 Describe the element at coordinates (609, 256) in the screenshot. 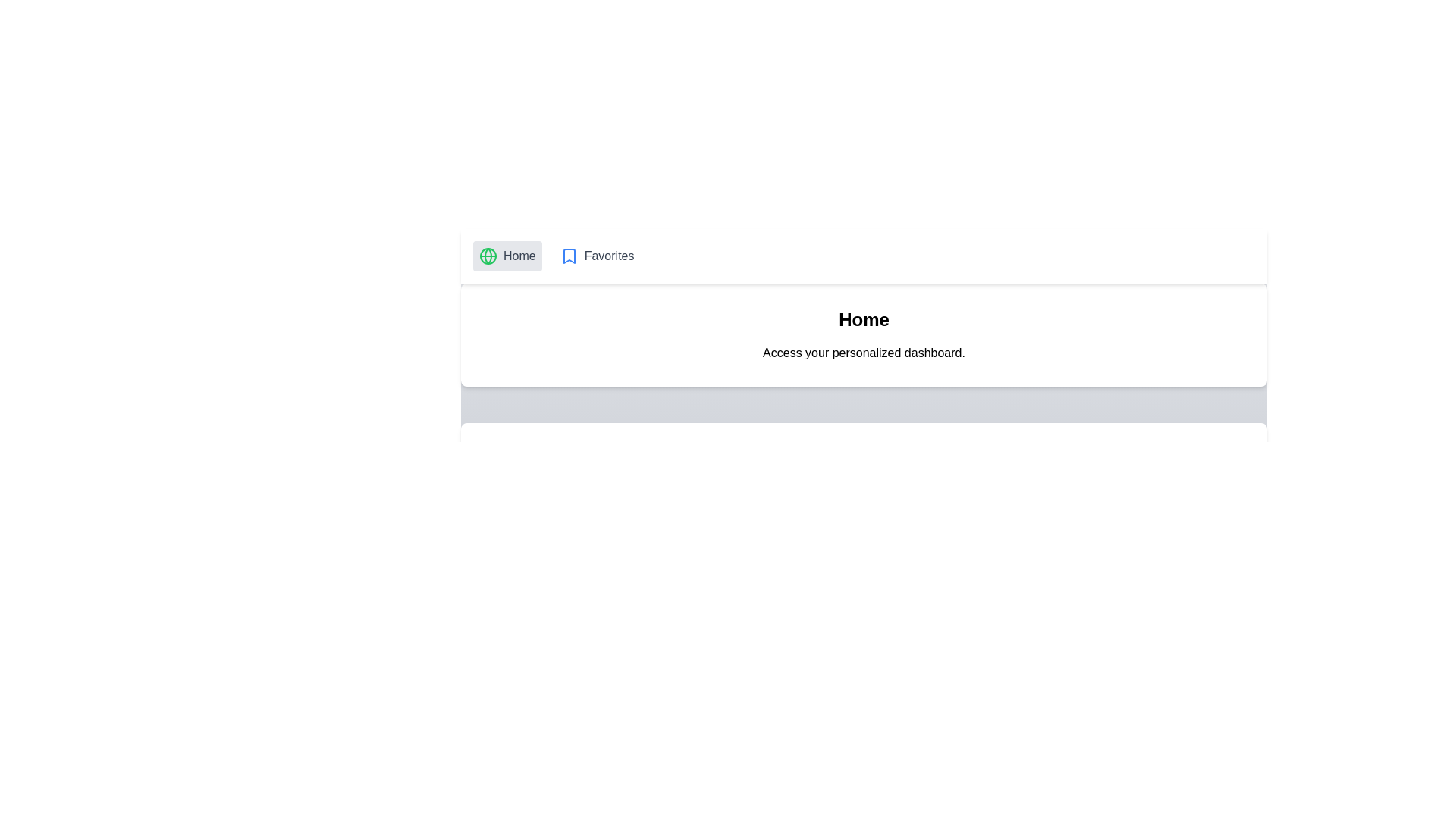

I see `the 'Favorites' hyperlink, which is styled in gray and located in the horizontal navigation section near the top of the interface` at that location.